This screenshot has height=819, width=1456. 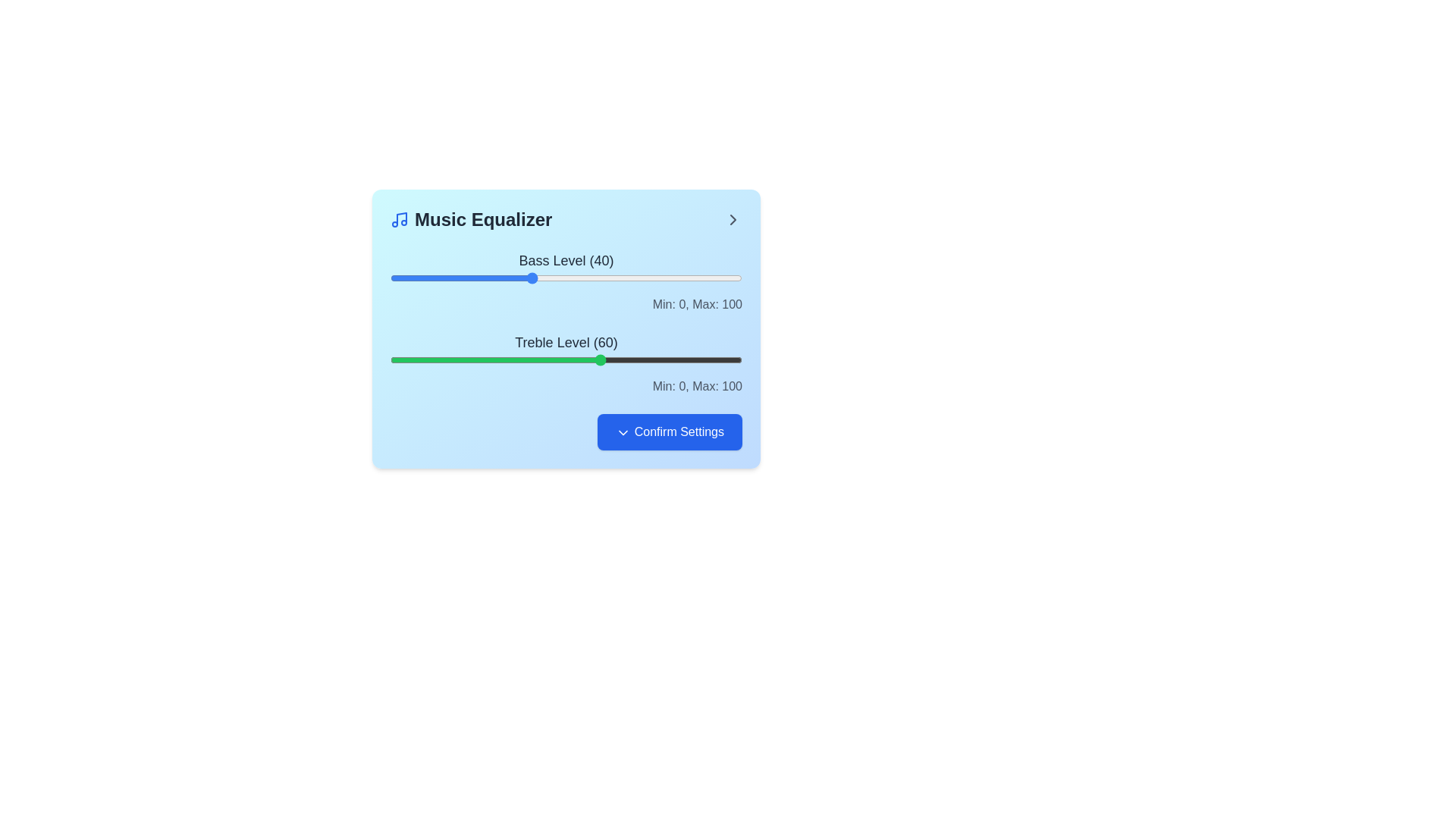 What do you see at coordinates (566, 304) in the screenshot?
I see `the static text label displaying 'Min: 0, Max: 100', which is right-aligned and located below the slider in the music equalizer interface` at bounding box center [566, 304].